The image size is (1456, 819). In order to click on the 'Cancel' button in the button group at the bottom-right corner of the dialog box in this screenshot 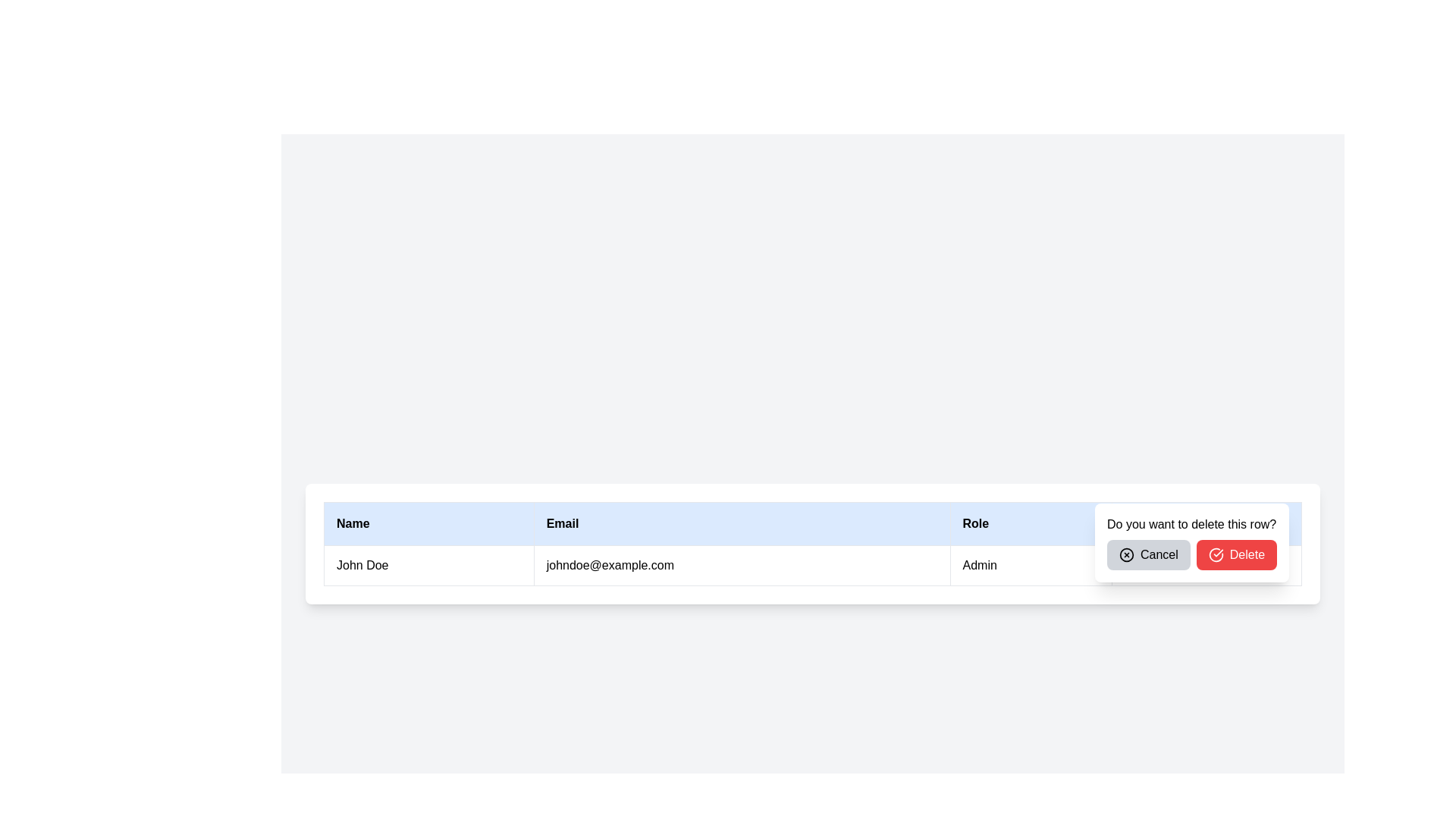, I will do `click(1191, 554)`.